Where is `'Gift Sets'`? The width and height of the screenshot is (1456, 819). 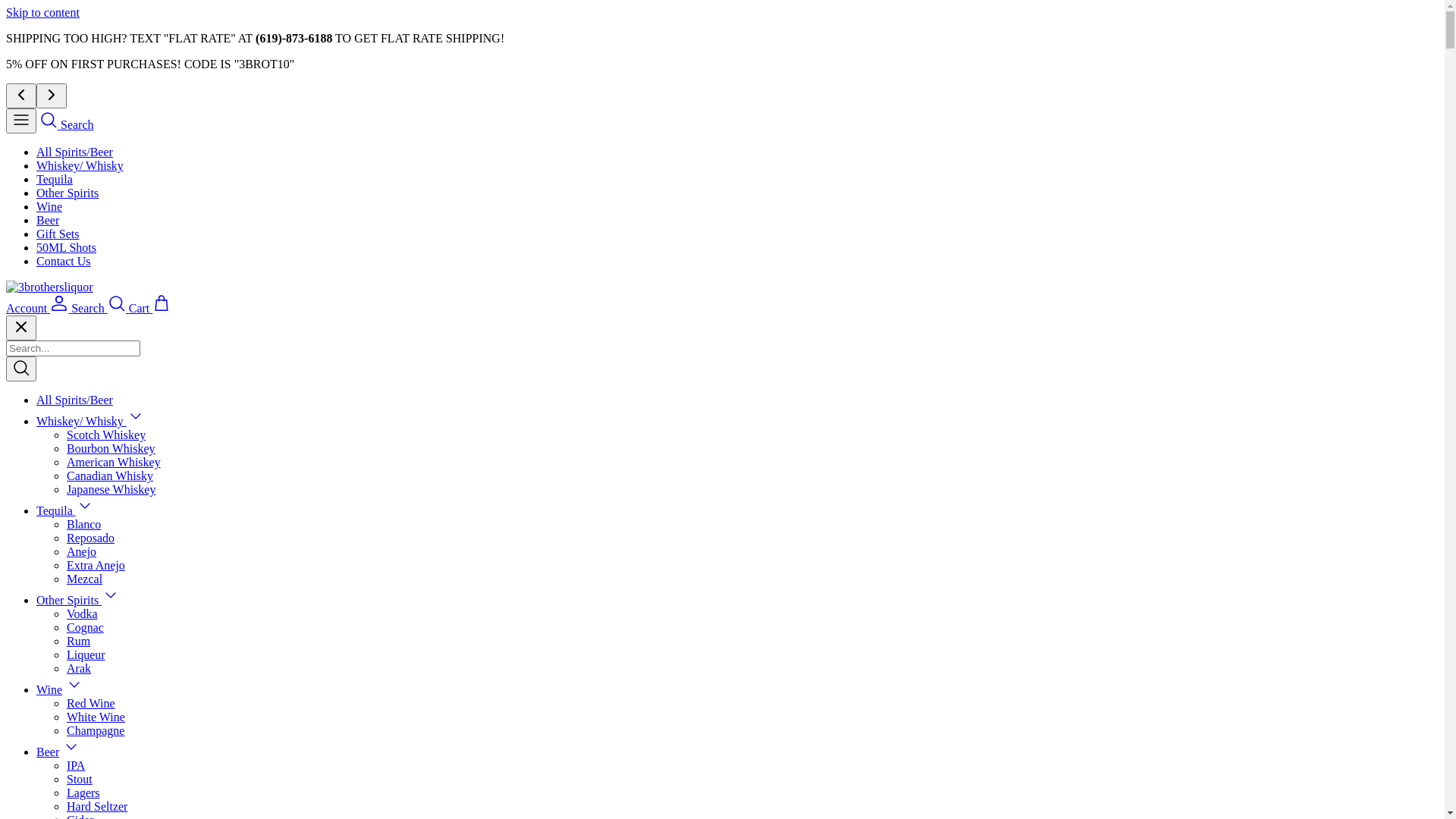
'Gift Sets' is located at coordinates (58, 234).